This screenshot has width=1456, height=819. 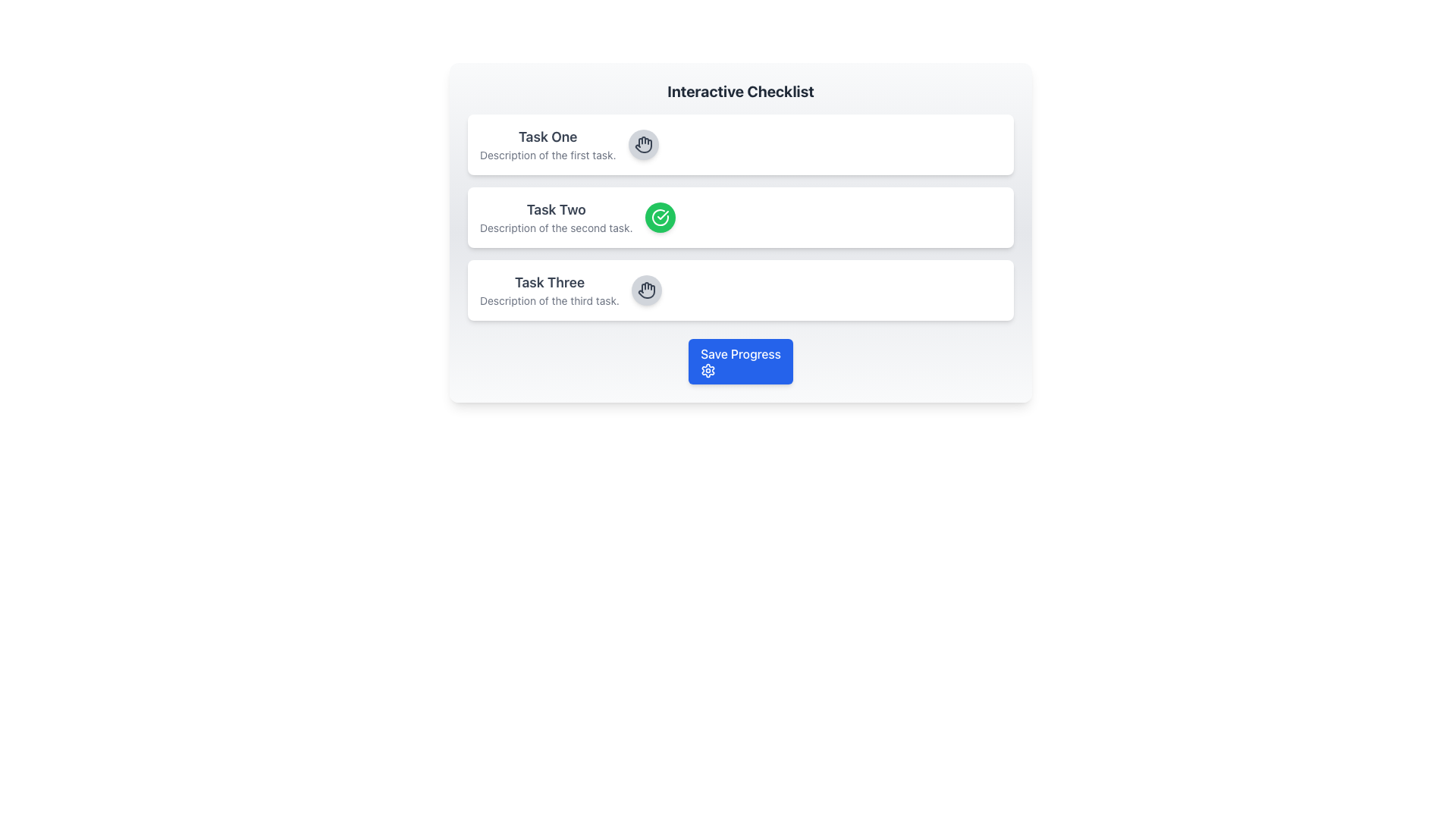 What do you see at coordinates (741, 217) in the screenshot?
I see `the 'Task Two' item in the checklist` at bounding box center [741, 217].